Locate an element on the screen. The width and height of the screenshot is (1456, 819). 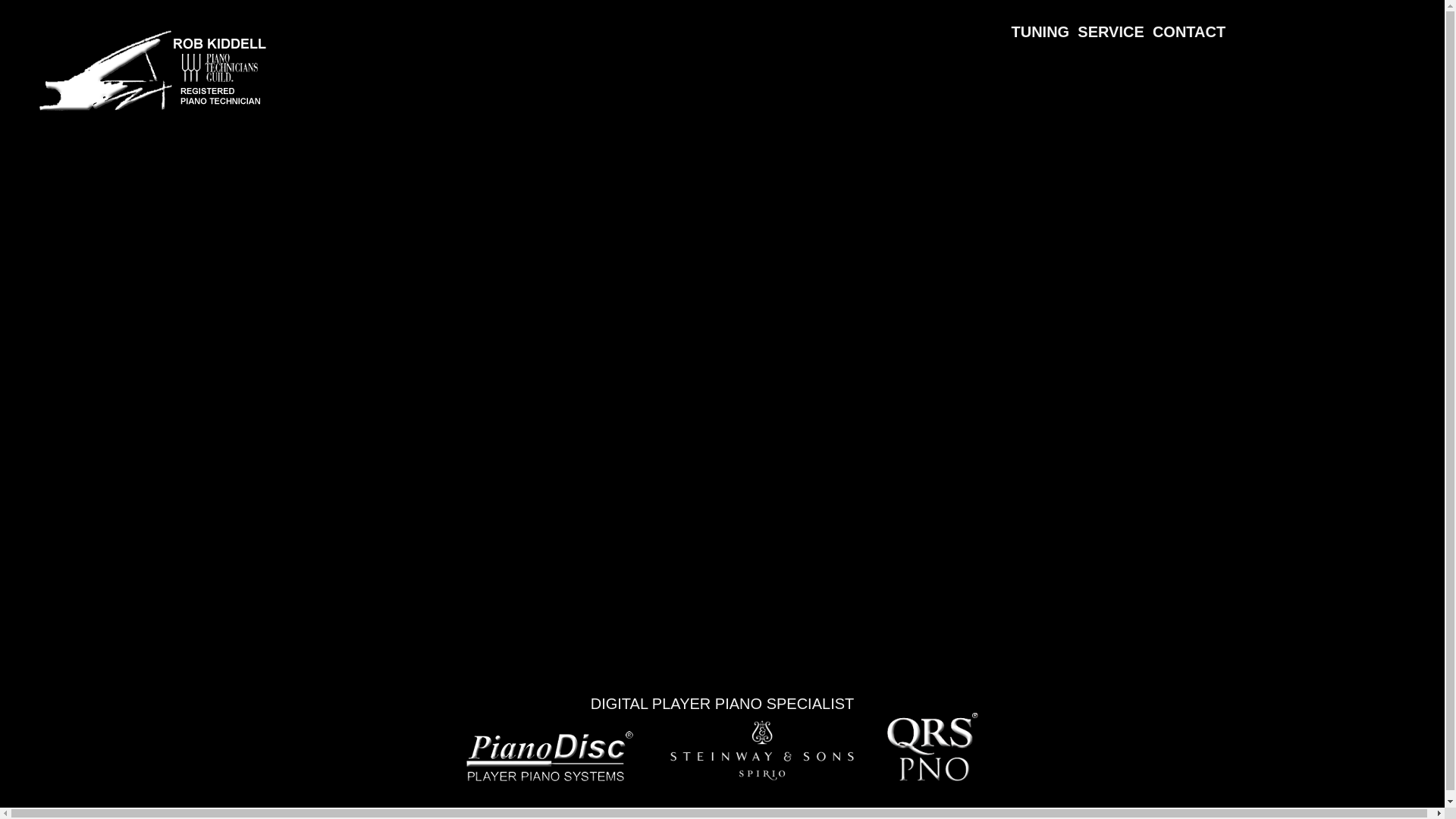
'SERVICE  ' is located at coordinates (1115, 23).